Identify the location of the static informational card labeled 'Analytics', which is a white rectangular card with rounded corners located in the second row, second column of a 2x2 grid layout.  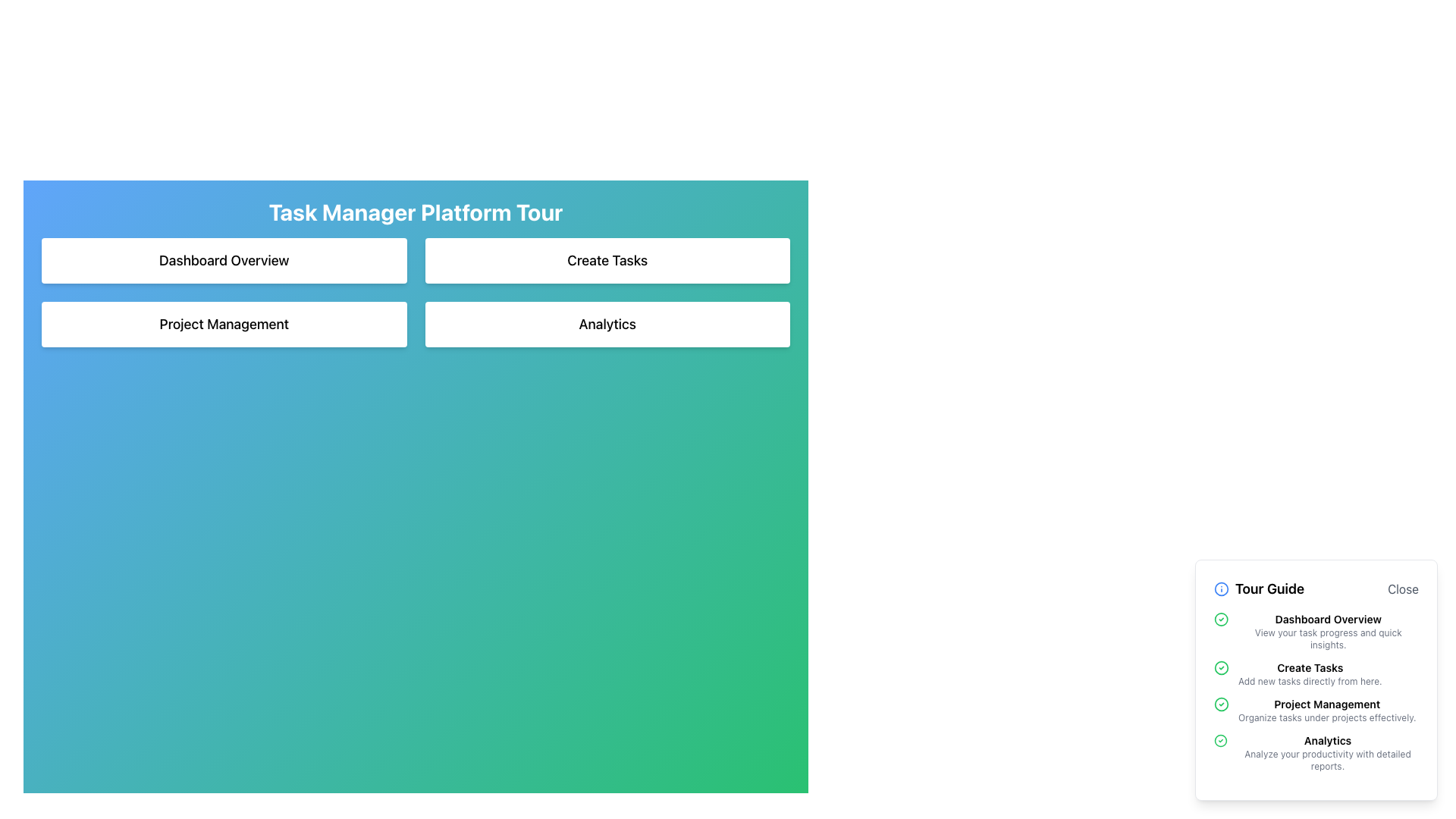
(607, 324).